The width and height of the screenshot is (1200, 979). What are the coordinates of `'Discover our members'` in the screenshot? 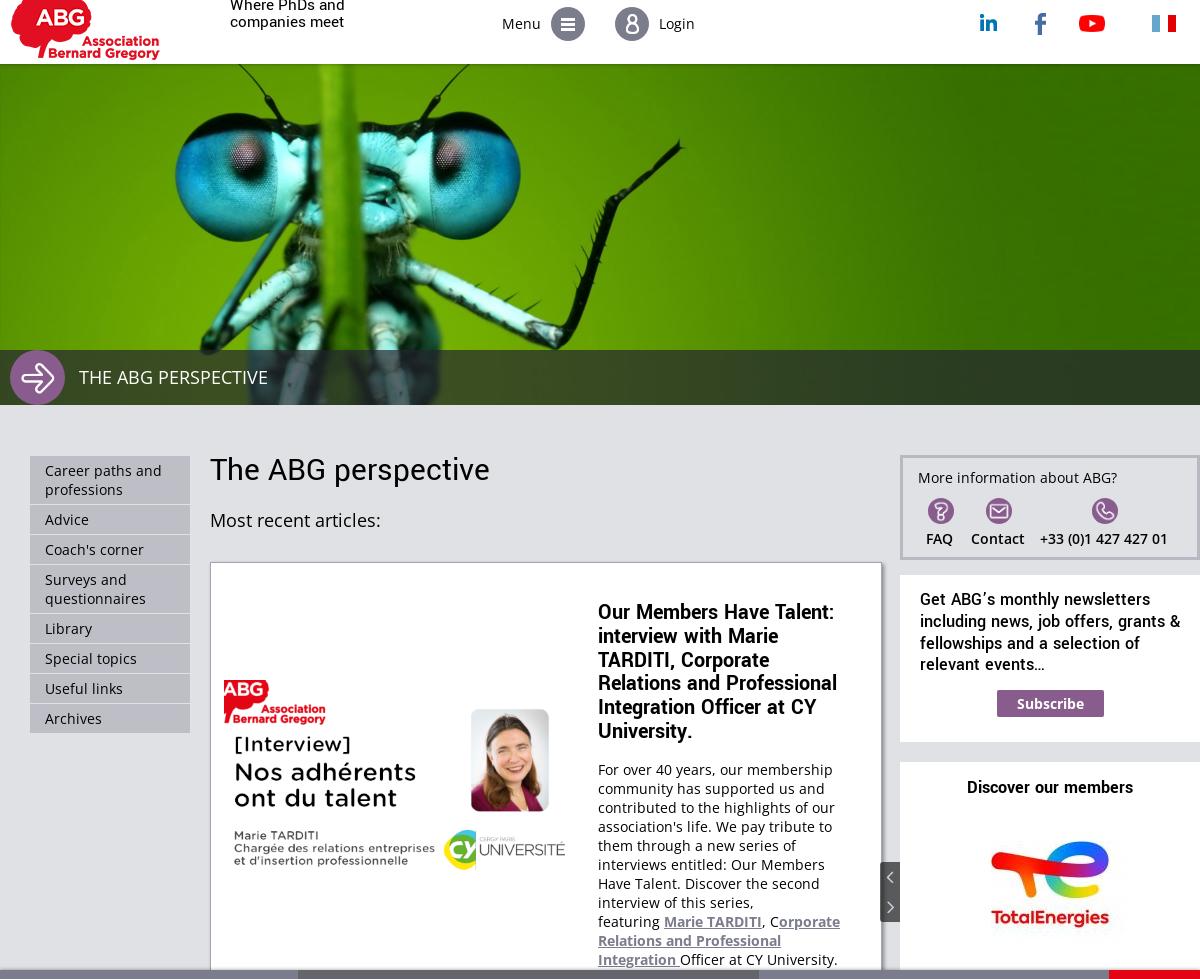 It's located at (1050, 786).